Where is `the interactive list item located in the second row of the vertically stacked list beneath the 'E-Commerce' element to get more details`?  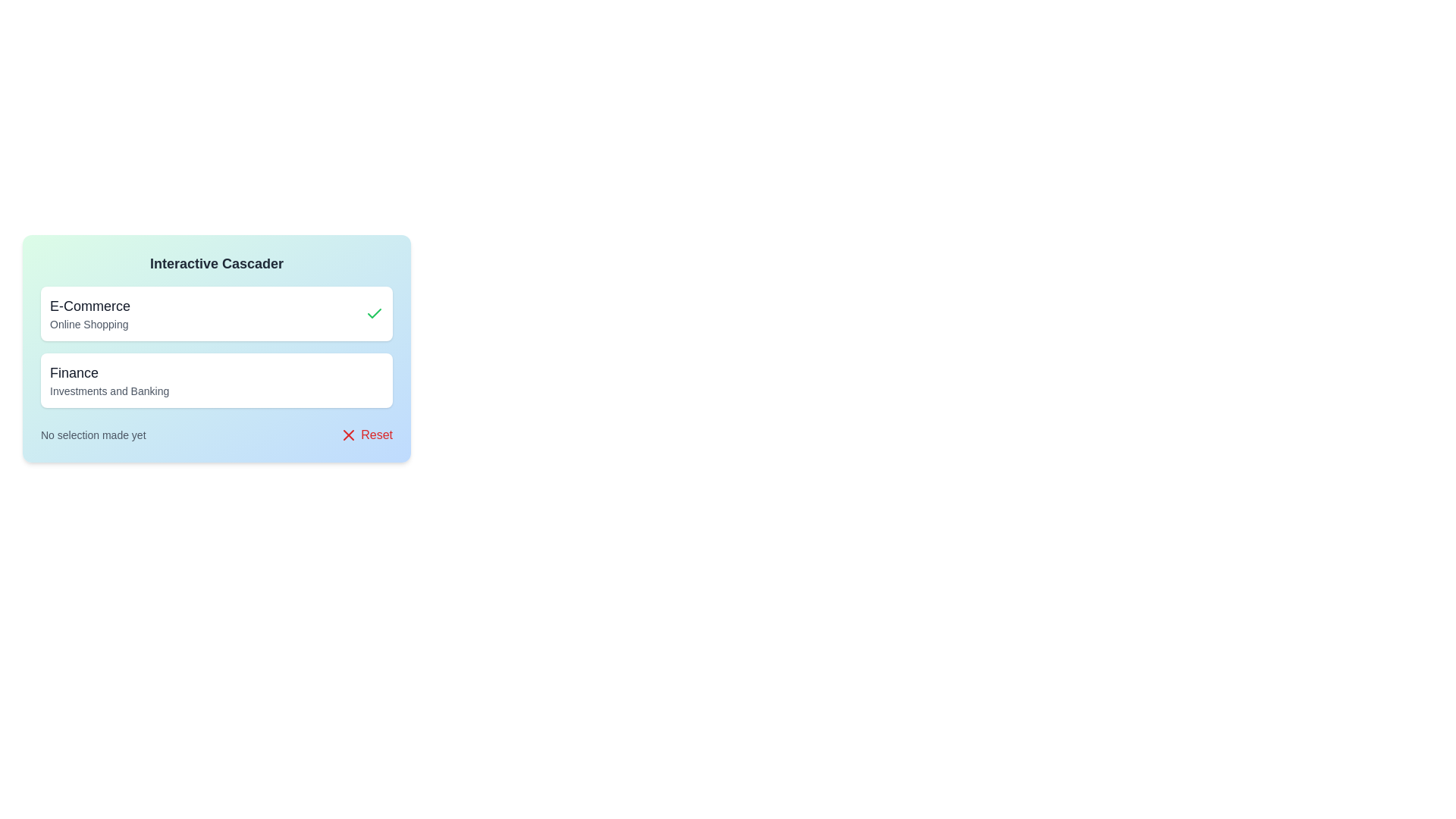 the interactive list item located in the second row of the vertically stacked list beneath the 'E-Commerce' element to get more details is located at coordinates (216, 379).